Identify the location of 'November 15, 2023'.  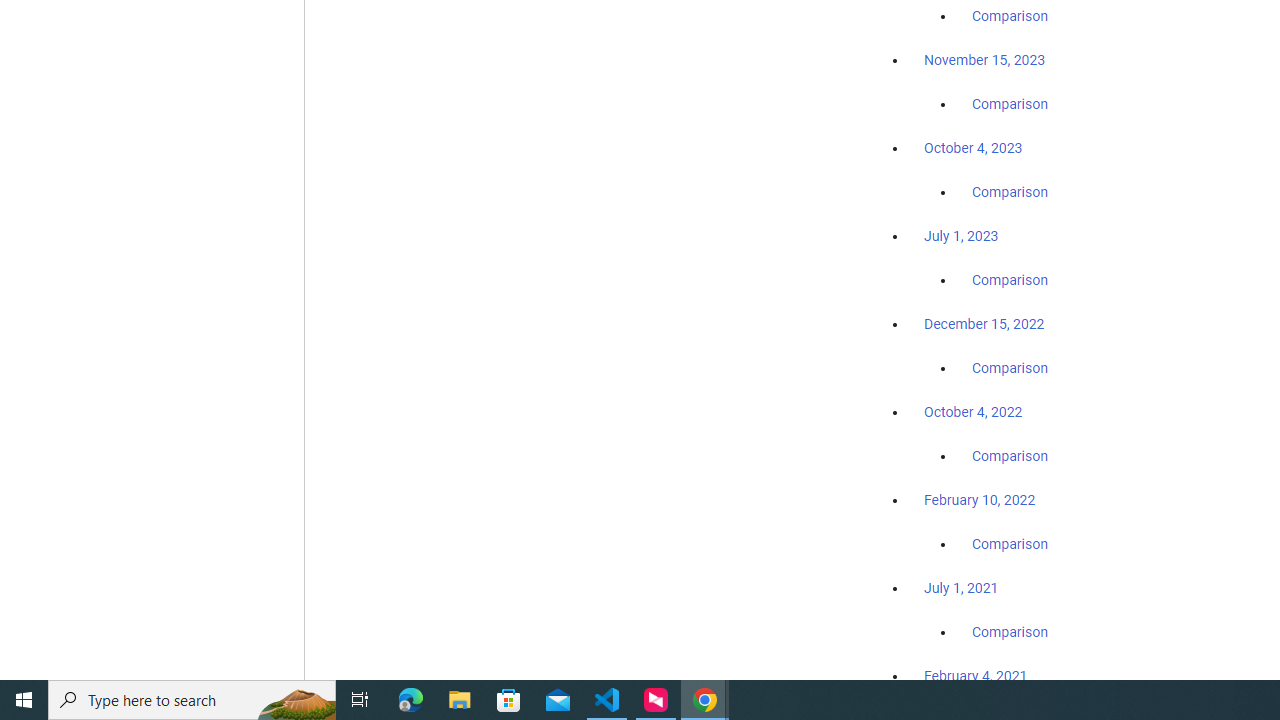
(984, 59).